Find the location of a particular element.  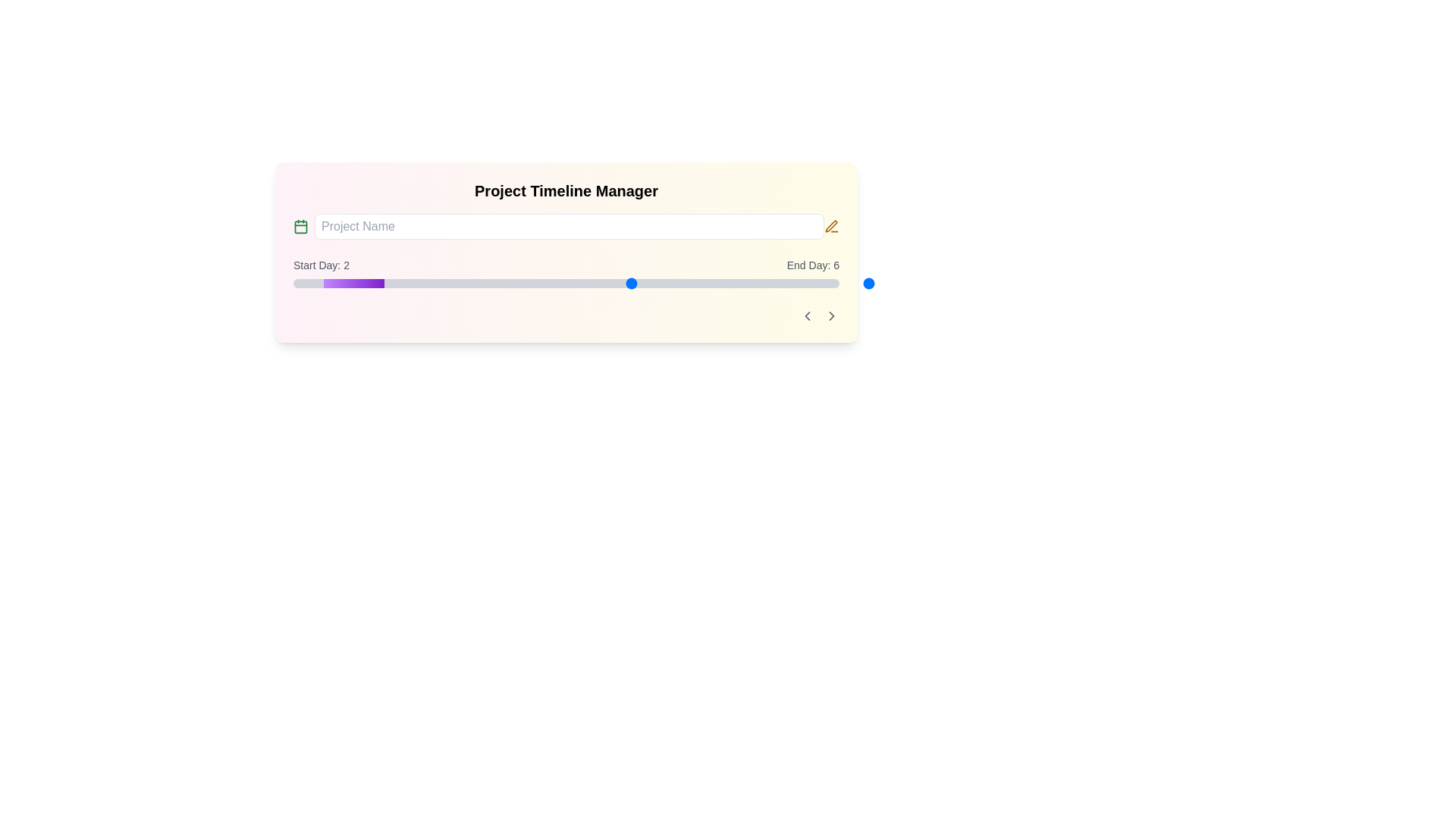

the main body of the calendar icon located at the center of the SVG element, which is surrounded by decorative lines and dividers is located at coordinates (301, 227).